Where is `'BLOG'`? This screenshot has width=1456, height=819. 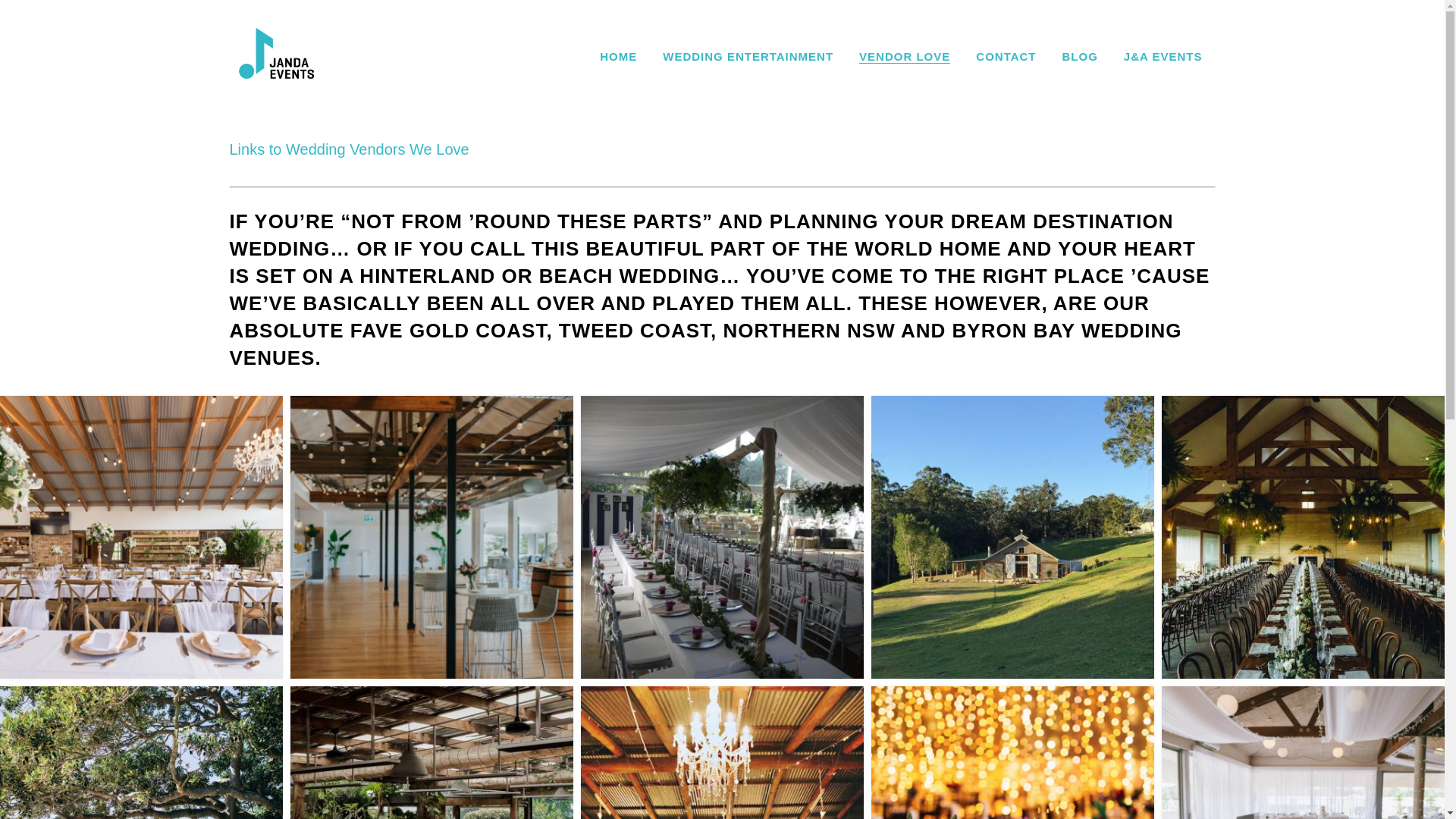 'BLOG' is located at coordinates (1079, 55).